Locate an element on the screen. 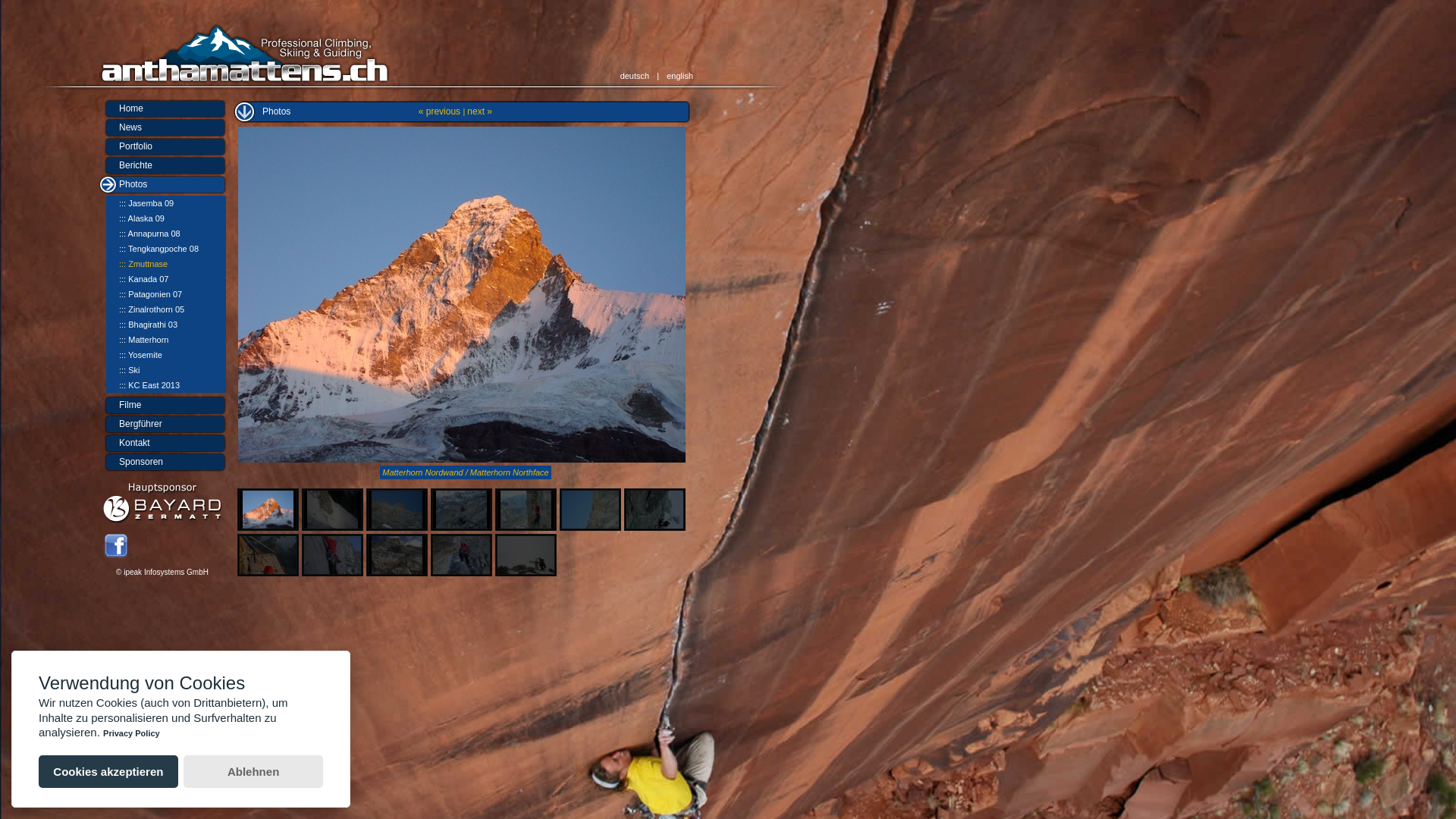 This screenshot has height=819, width=1456. 'english' is located at coordinates (679, 76).